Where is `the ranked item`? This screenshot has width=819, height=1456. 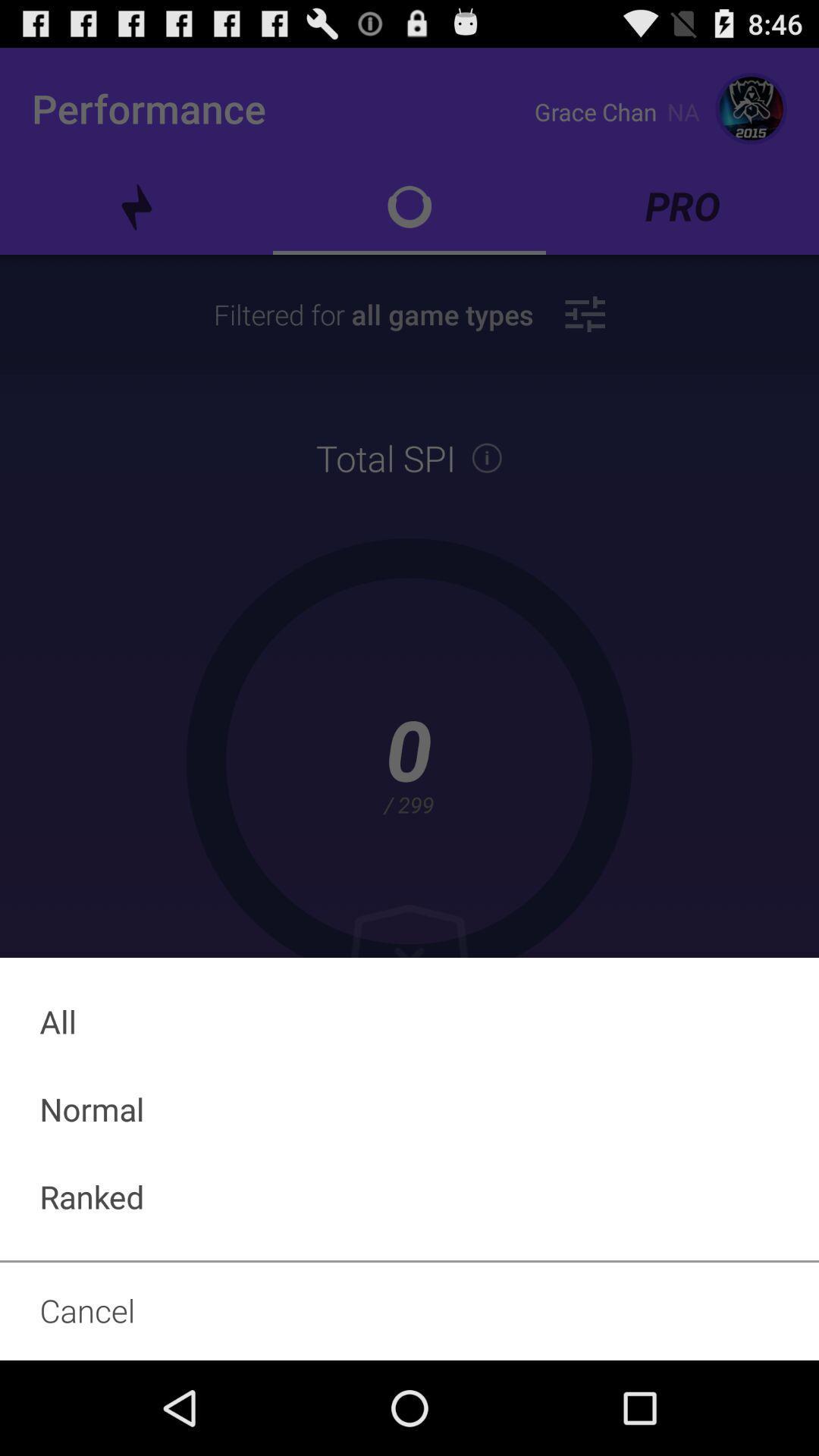 the ranked item is located at coordinates (409, 1196).